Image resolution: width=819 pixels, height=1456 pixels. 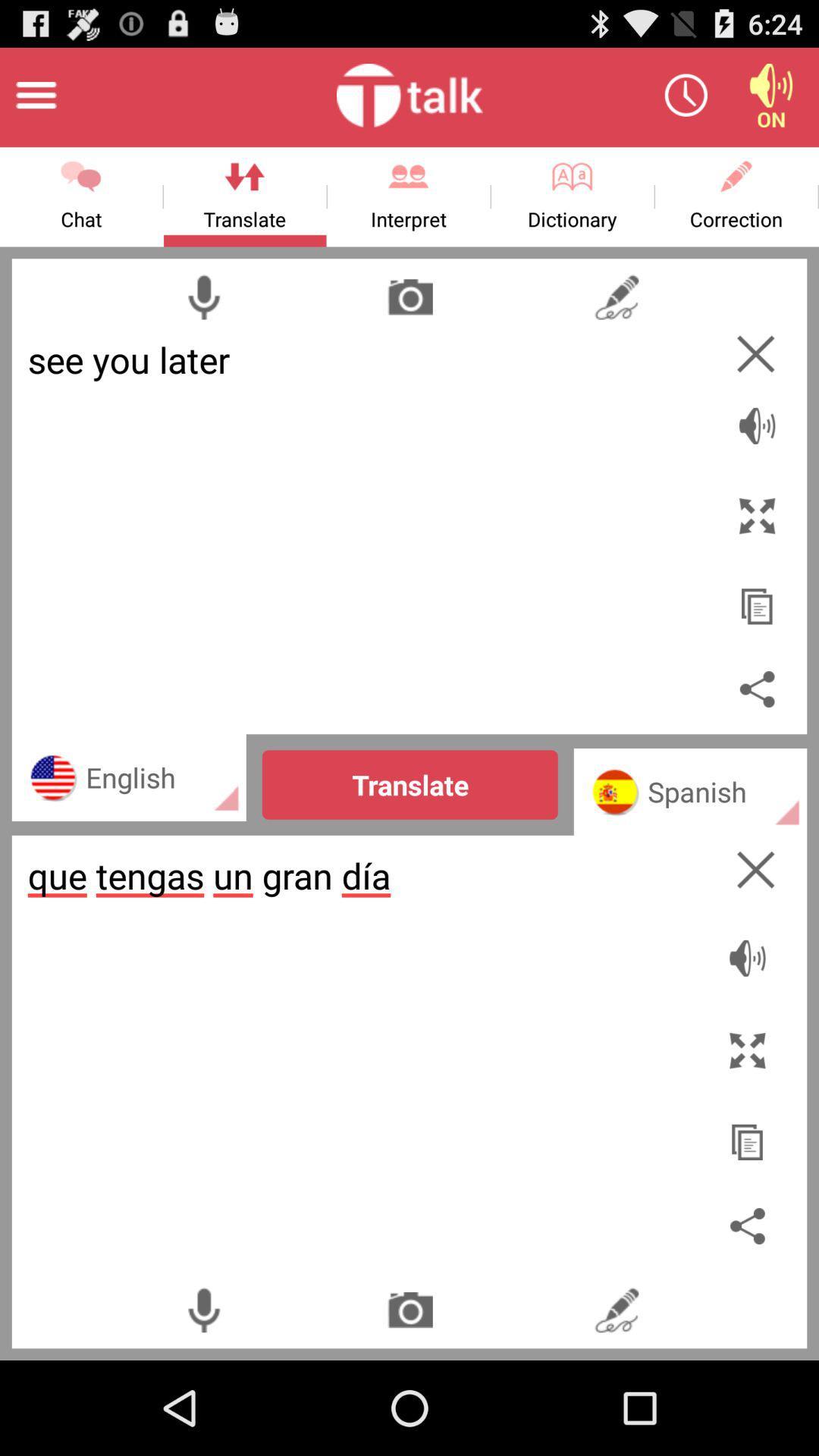 I want to click on the menu icon, so click(x=35, y=101).